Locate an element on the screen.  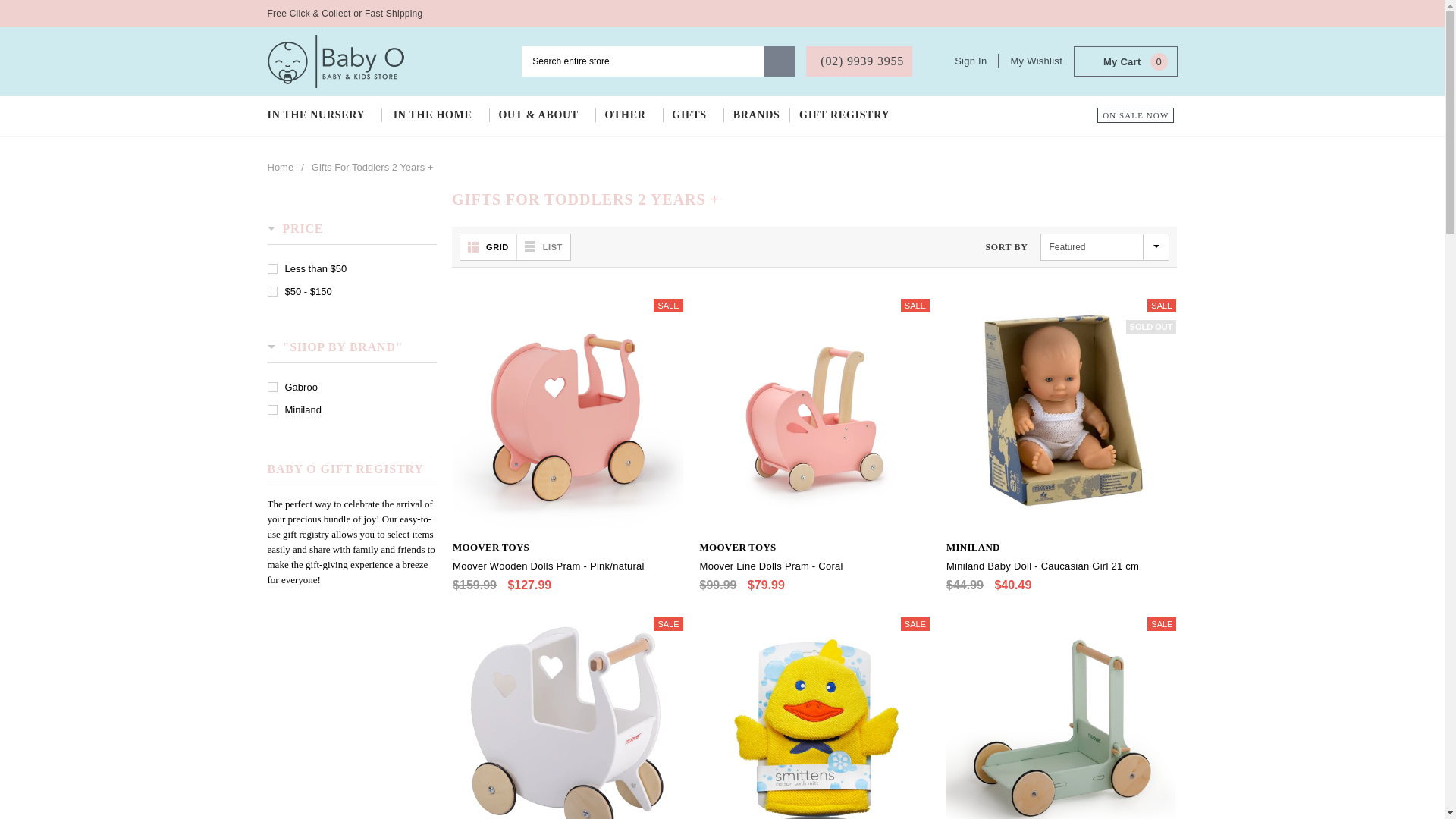
'BRANDS' is located at coordinates (757, 115).